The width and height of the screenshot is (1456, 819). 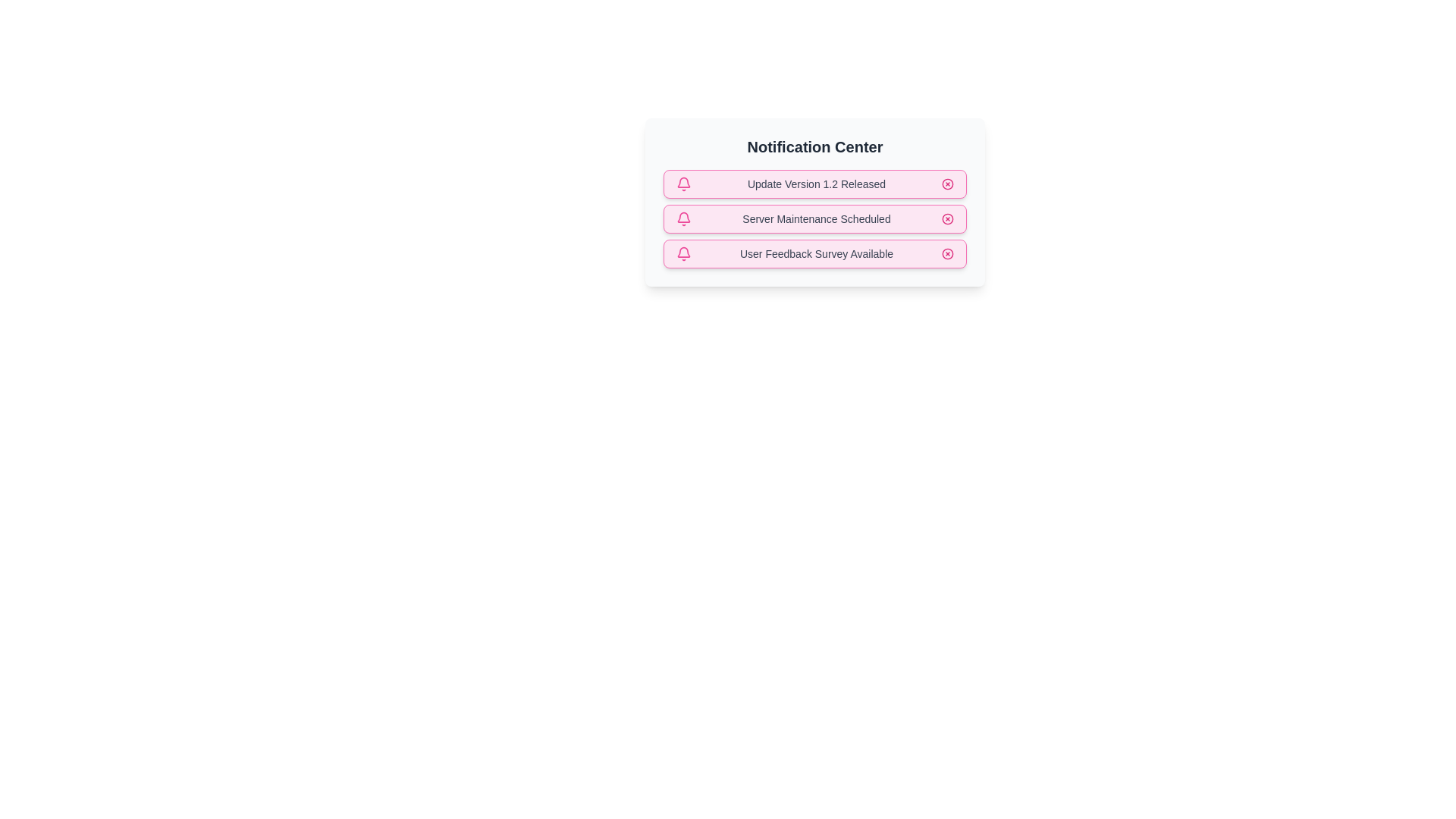 What do you see at coordinates (815, 219) in the screenshot?
I see `the notification text Server Maintenance Scheduled to select it for copying` at bounding box center [815, 219].